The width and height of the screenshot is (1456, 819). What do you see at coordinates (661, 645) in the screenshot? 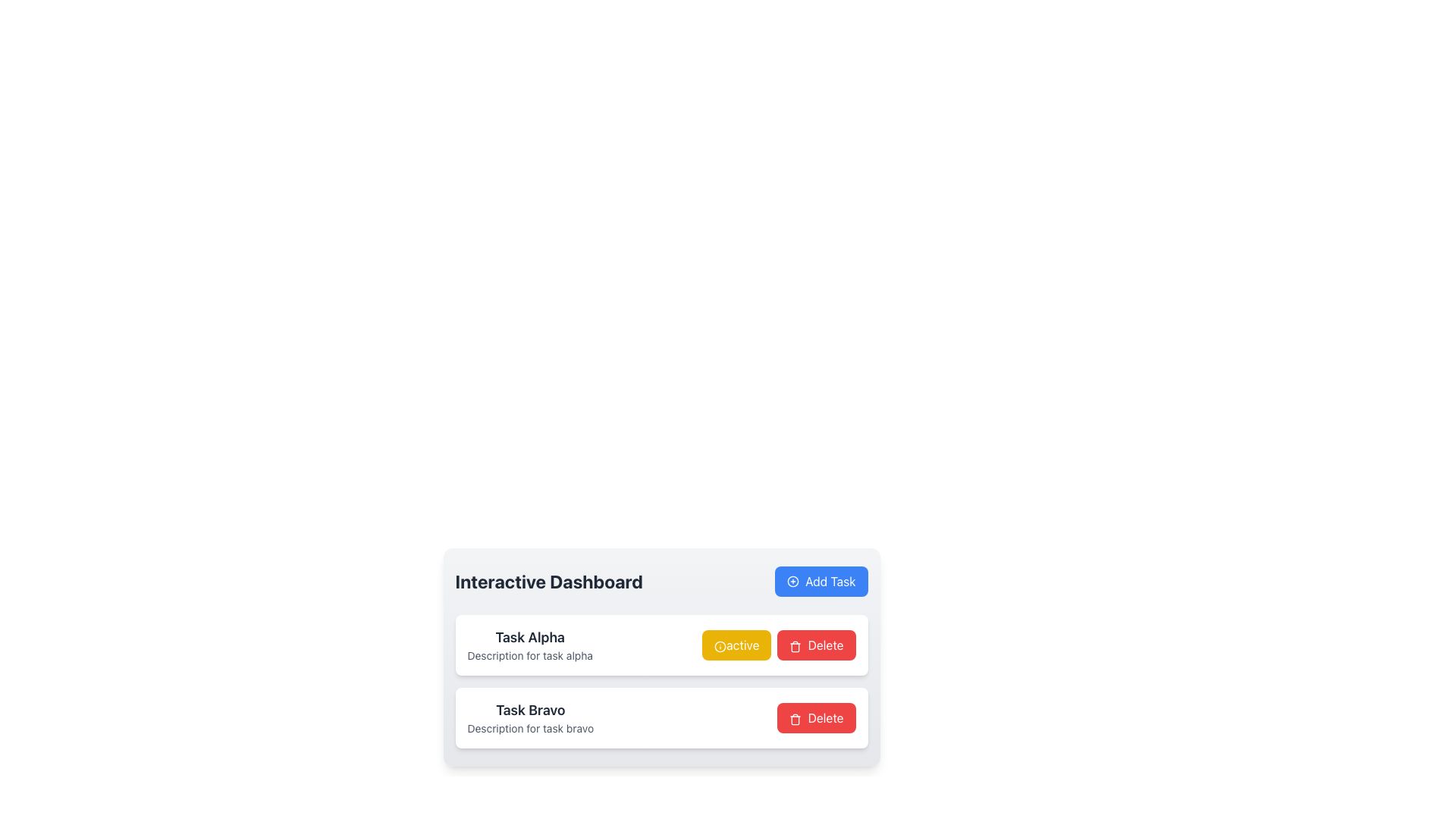
I see `the active button on the first task entry in the Interactive Dashboard to mark or modify the task status` at bounding box center [661, 645].